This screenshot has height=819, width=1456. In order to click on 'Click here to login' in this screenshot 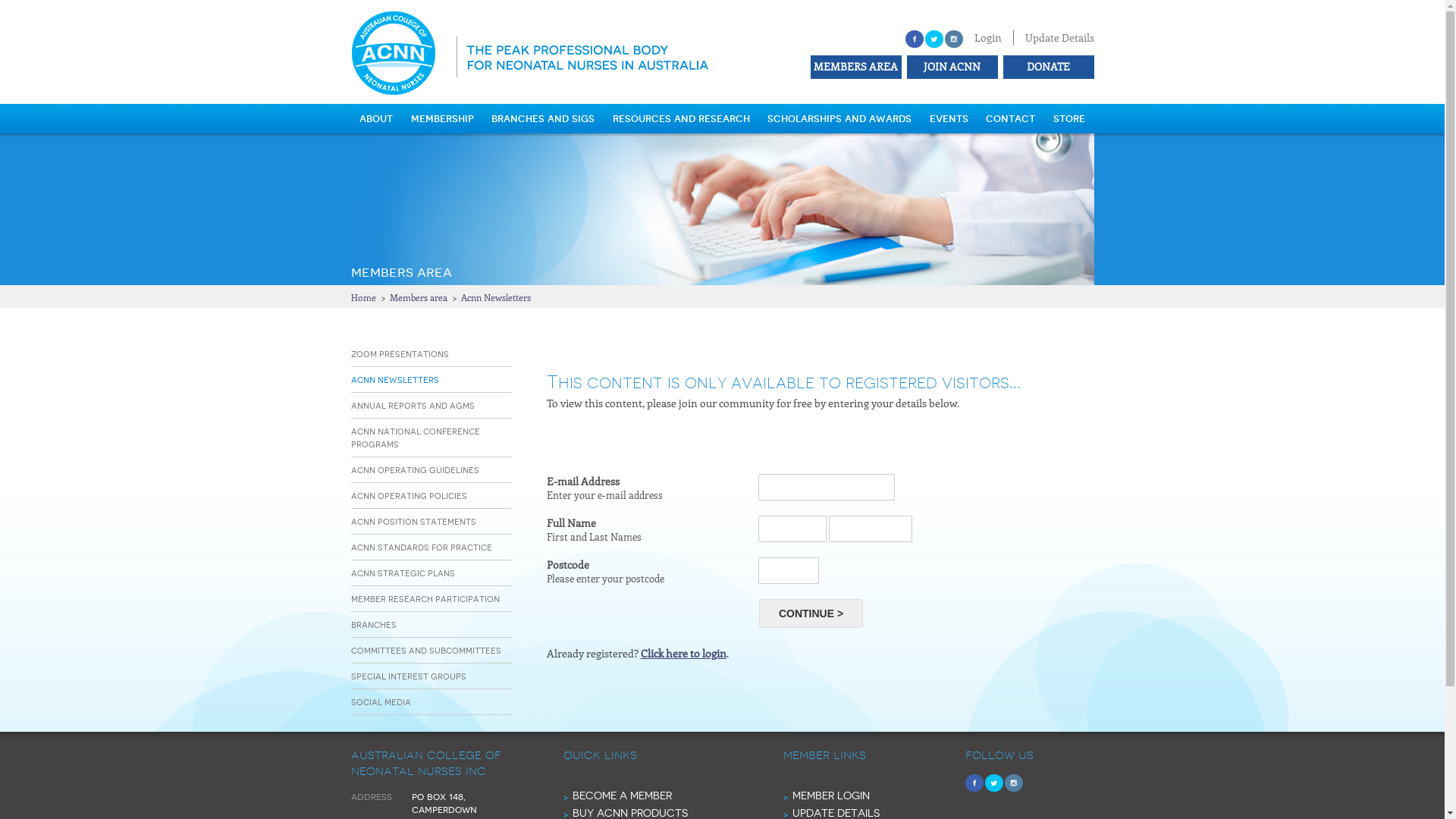, I will do `click(682, 652)`.